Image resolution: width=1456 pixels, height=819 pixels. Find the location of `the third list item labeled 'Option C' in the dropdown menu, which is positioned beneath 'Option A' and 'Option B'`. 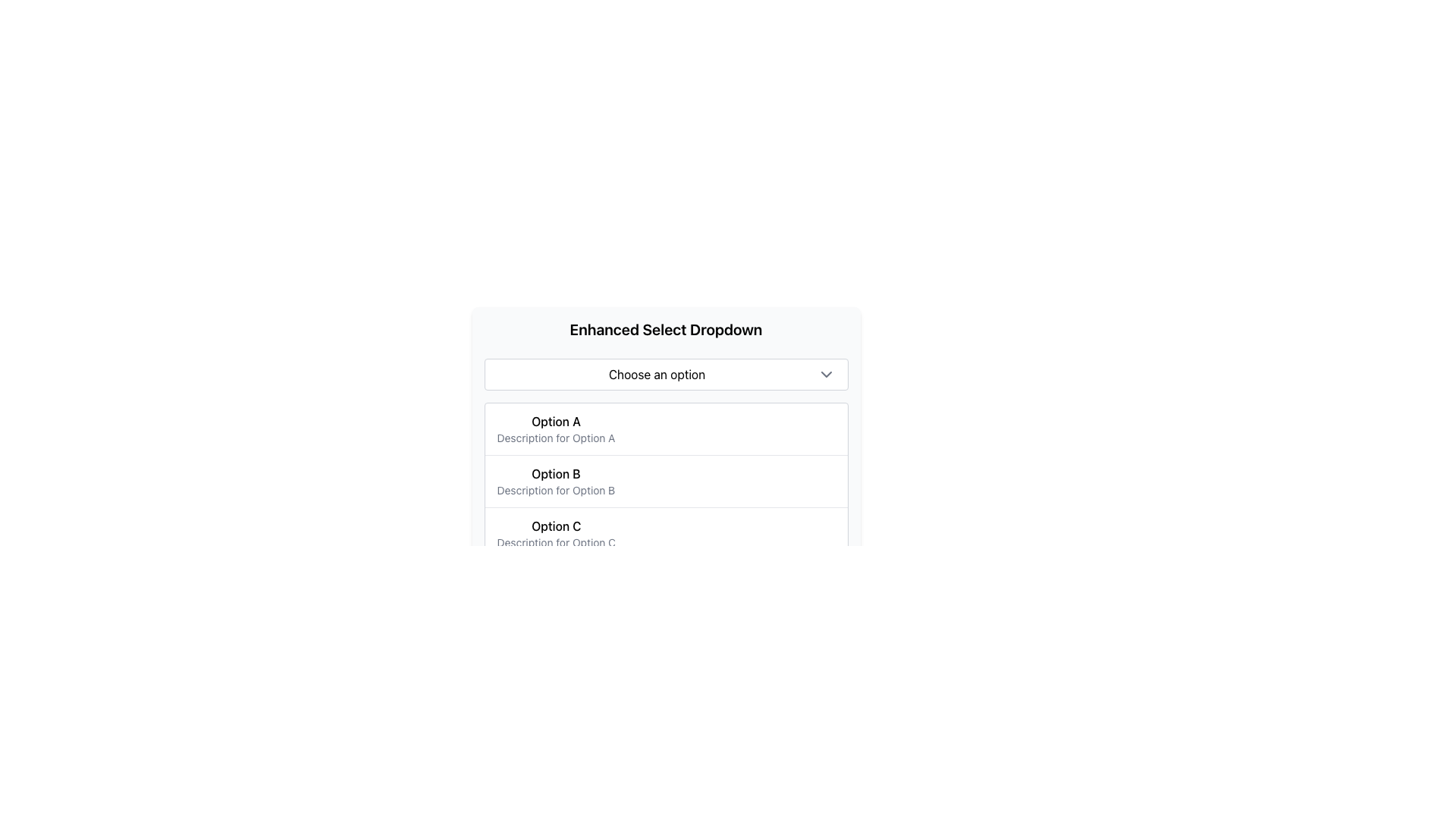

the third list item labeled 'Option C' in the dropdown menu, which is positioned beneath 'Option A' and 'Option B' is located at coordinates (561, 533).